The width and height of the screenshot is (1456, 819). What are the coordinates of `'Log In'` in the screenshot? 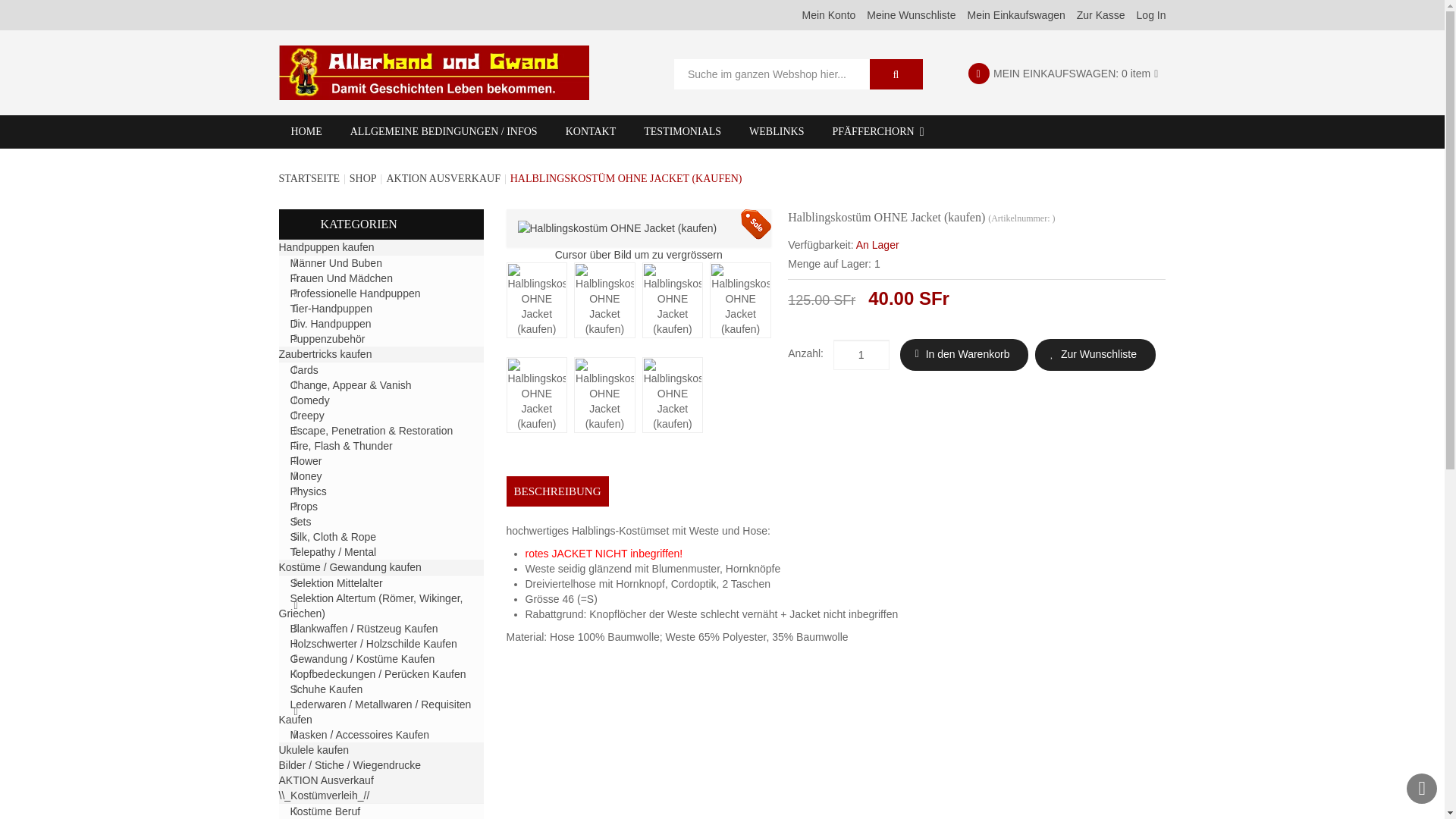 It's located at (1151, 14).